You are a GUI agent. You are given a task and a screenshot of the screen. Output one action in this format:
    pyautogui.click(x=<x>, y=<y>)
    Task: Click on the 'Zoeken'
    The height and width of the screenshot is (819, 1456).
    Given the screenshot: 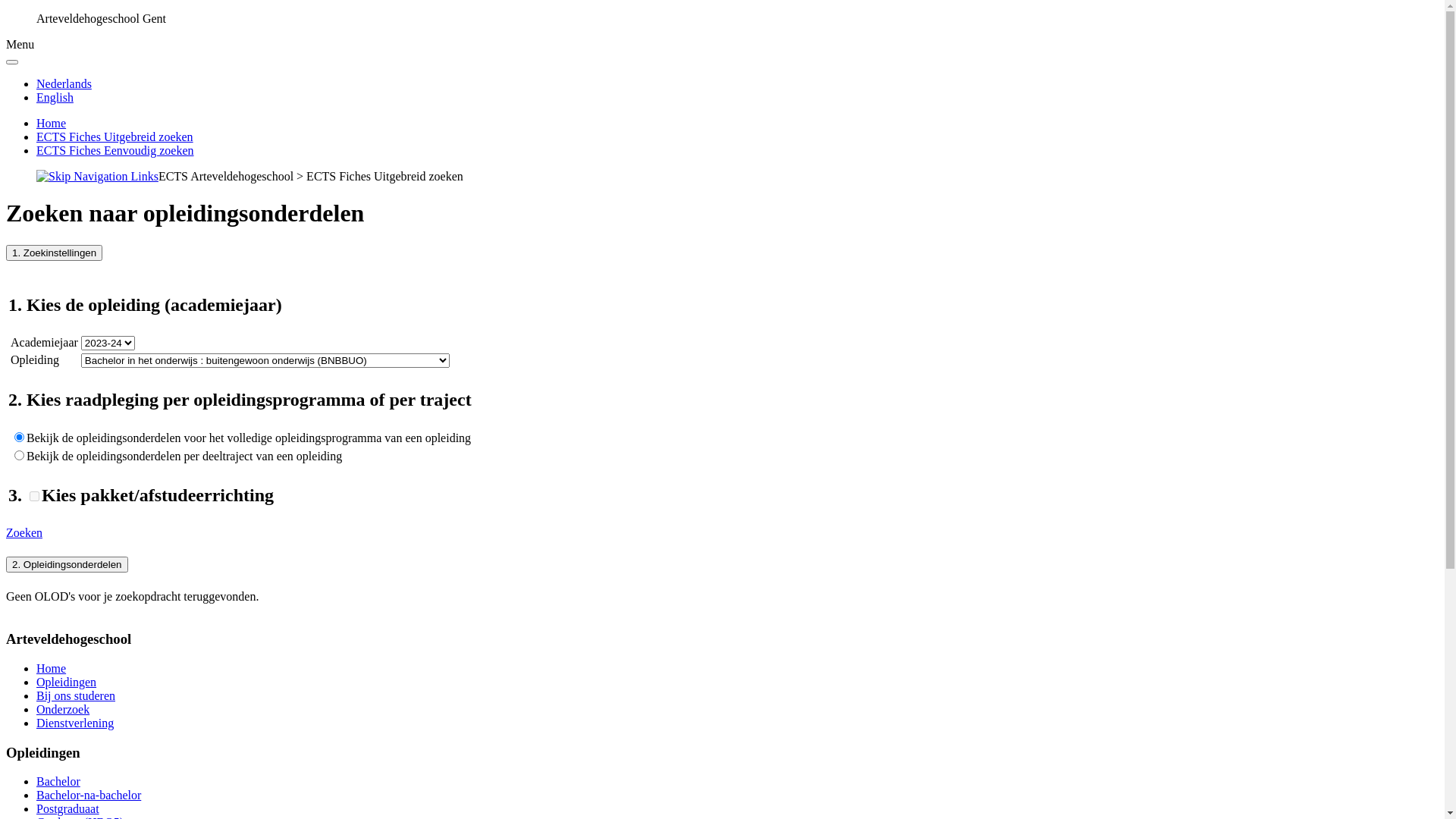 What is the action you would take?
    pyautogui.click(x=24, y=532)
    